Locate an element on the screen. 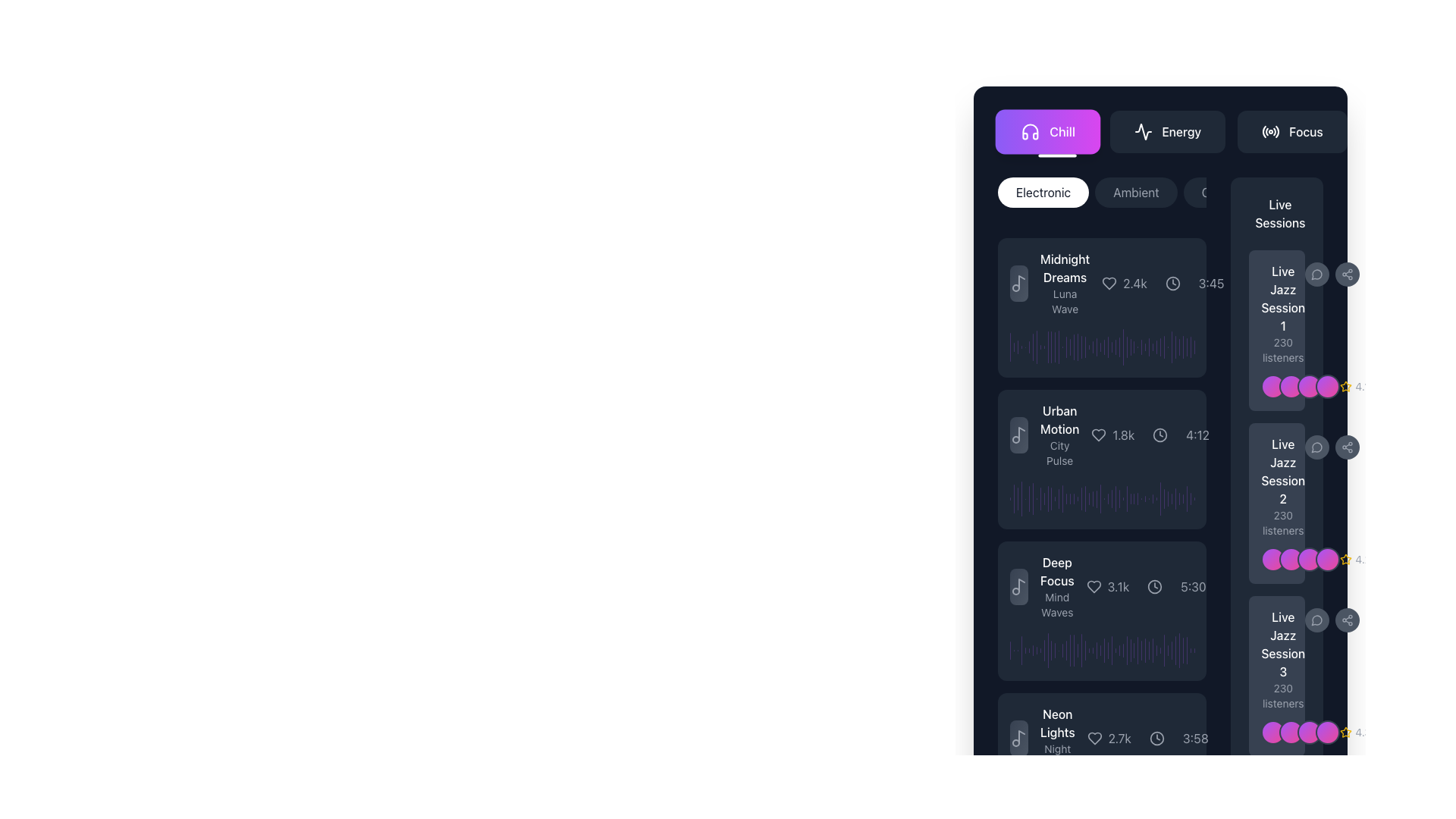 This screenshot has height=819, width=1456. the data represented by the last purple vertical bar in the bar chart, which has rounded ends and lighter opacity, located near the right edge of the interface is located at coordinates (1159, 499).